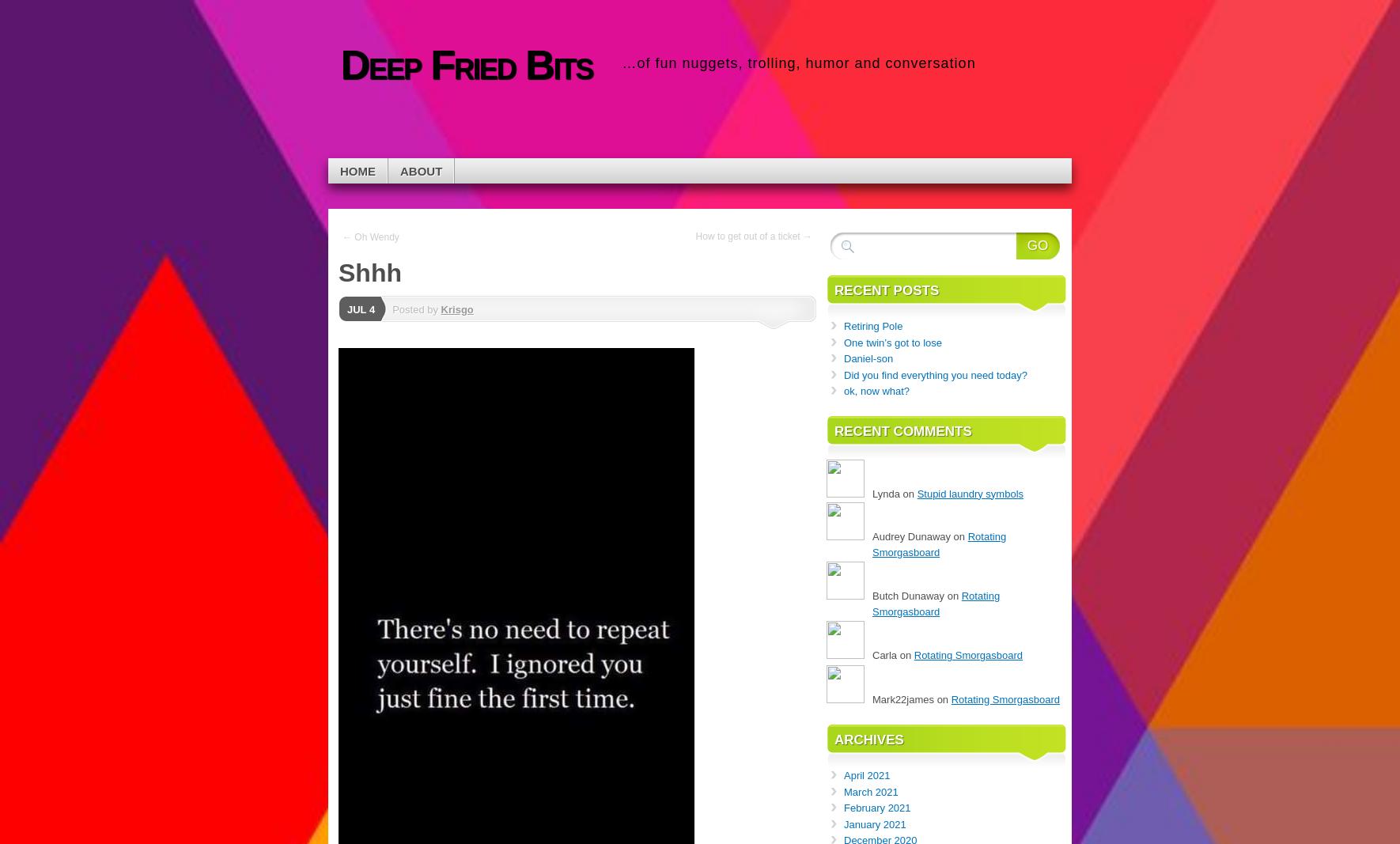 The height and width of the screenshot is (844, 1400). Describe the element at coordinates (872, 325) in the screenshot. I see `'Retiring Pole'` at that location.